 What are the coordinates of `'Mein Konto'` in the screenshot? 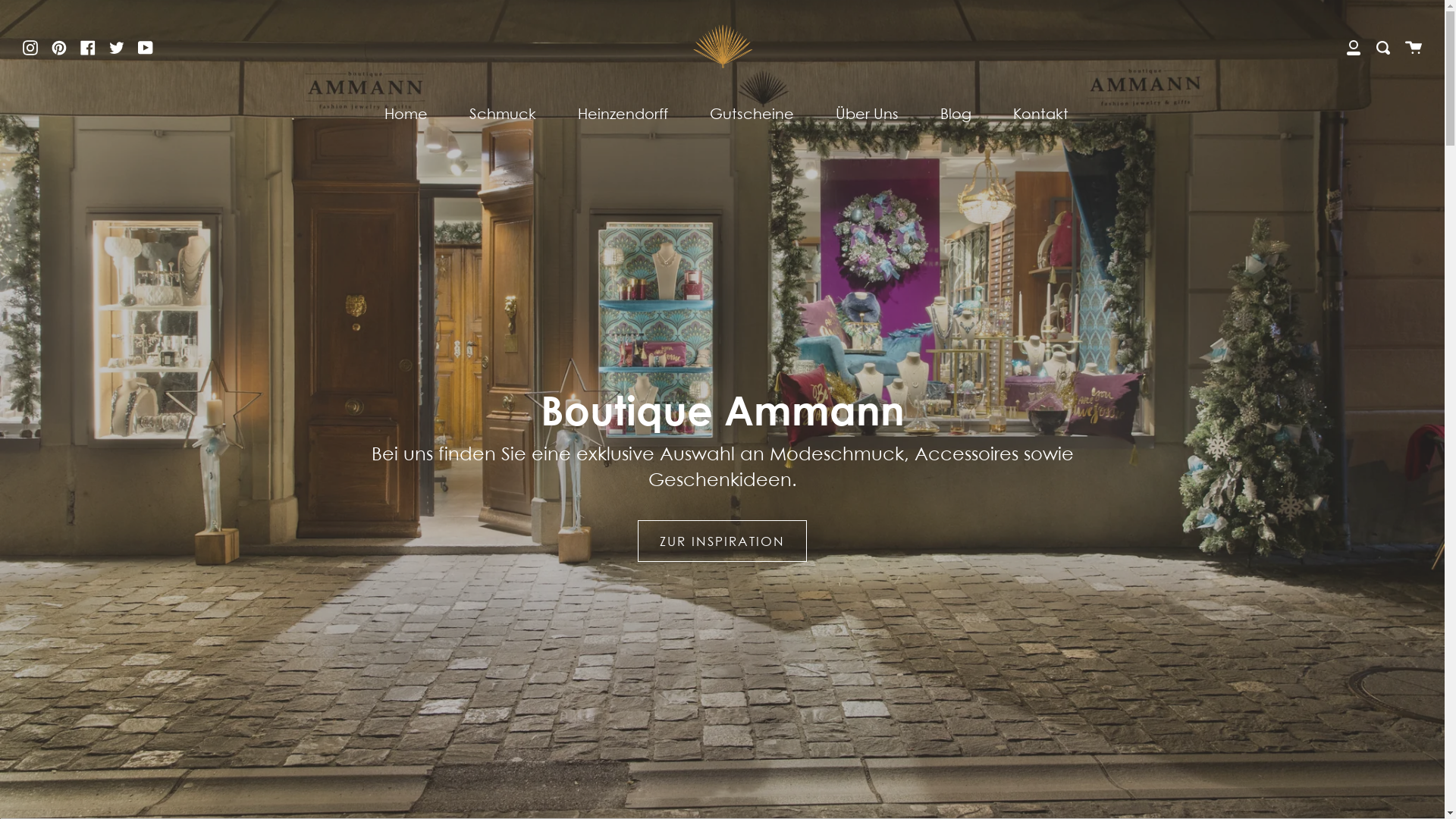 It's located at (1354, 45).